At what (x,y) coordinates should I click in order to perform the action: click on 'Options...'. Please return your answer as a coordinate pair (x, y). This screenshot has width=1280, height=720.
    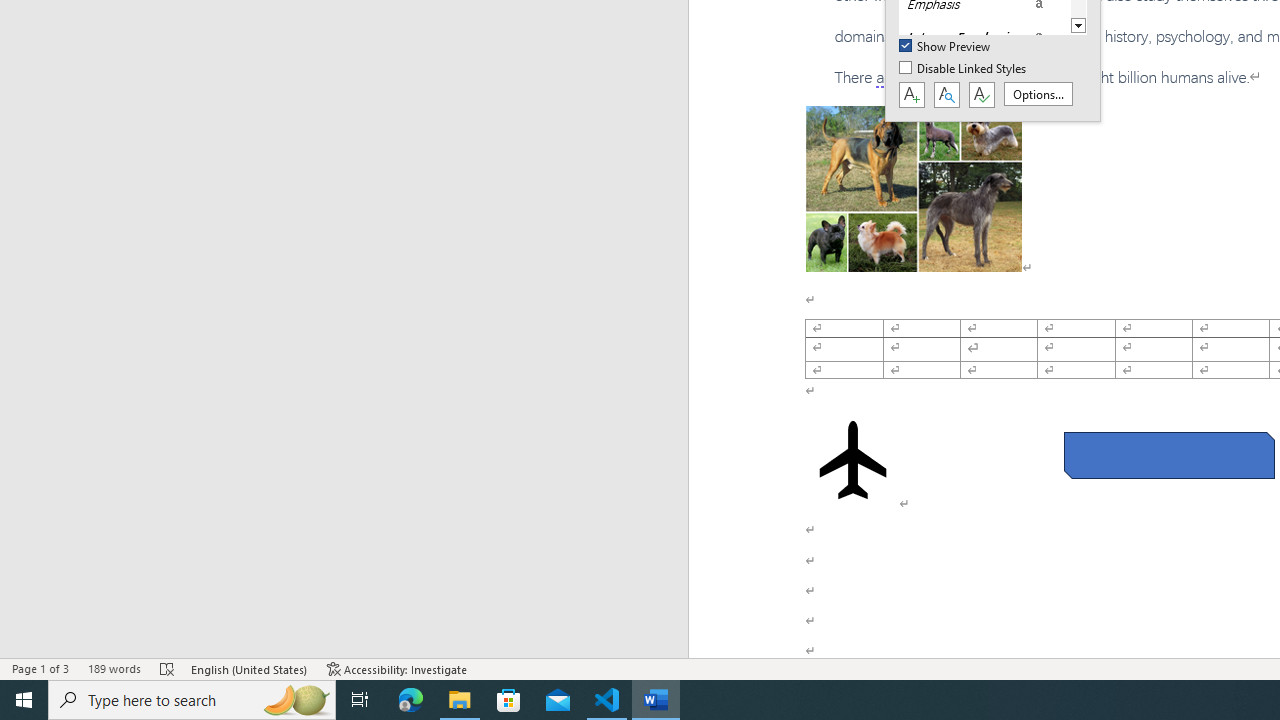
    Looking at the image, I should click on (1038, 93).